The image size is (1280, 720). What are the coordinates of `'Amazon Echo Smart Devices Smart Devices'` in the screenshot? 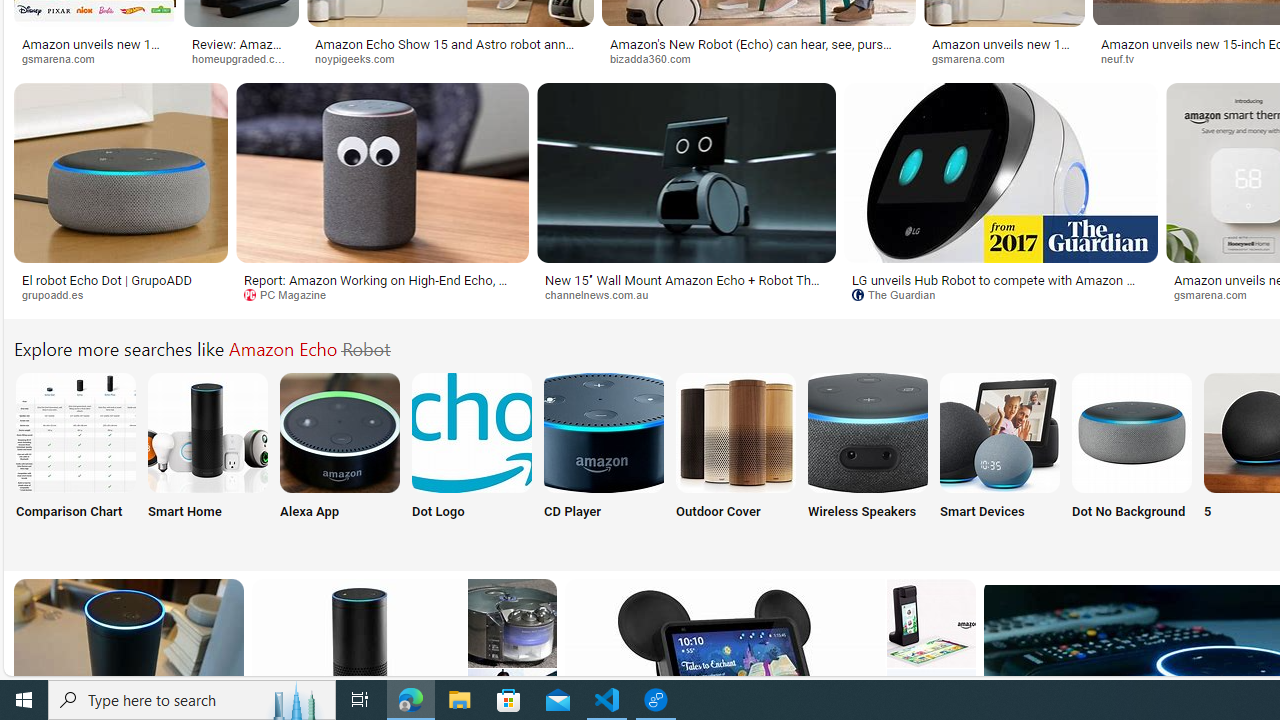 It's located at (999, 458).